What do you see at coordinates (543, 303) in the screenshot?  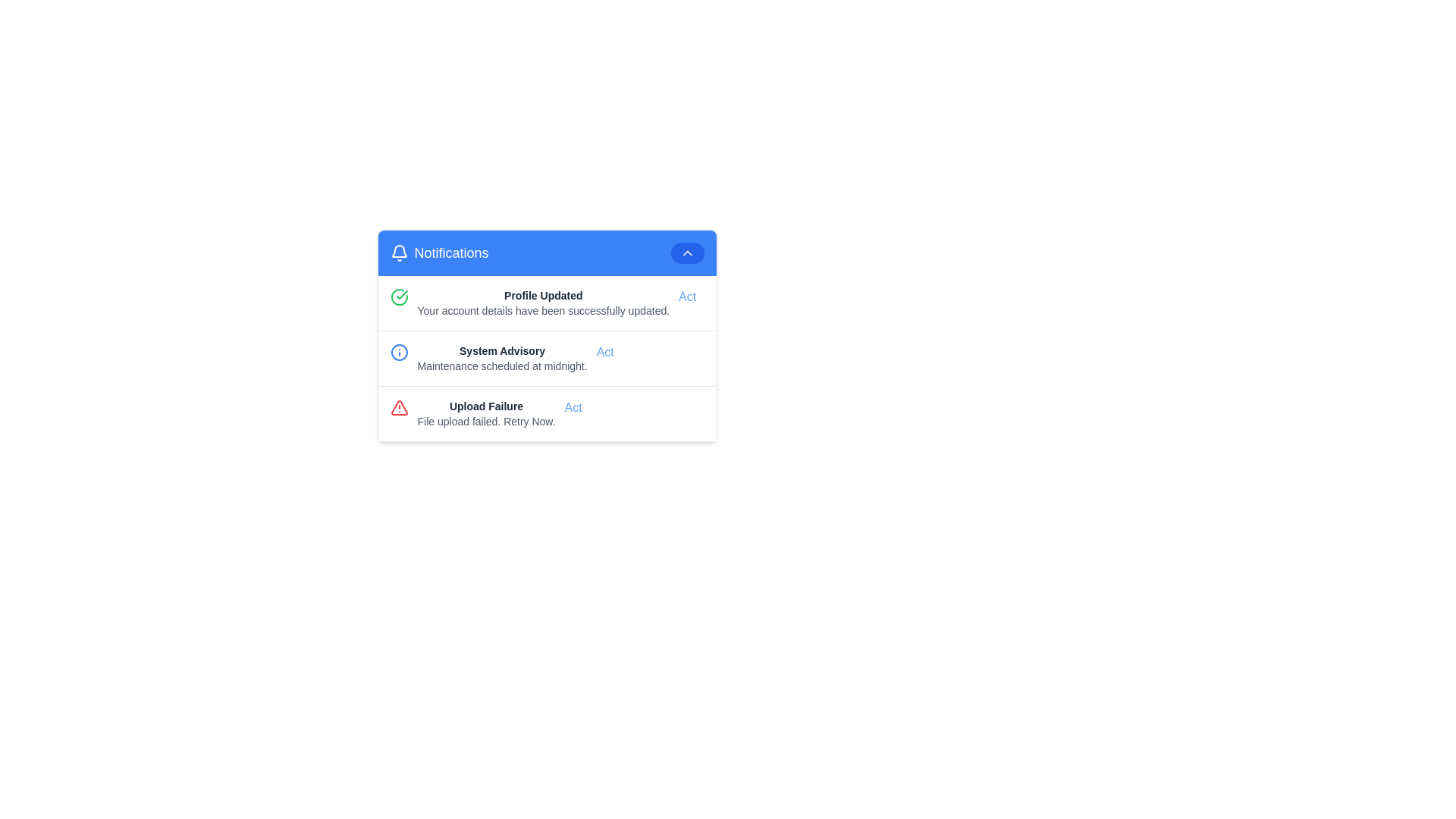 I see `the static text element displaying 'Profile Updated' and 'Your account details have been successfully updated.' positioned in the first notification entry` at bounding box center [543, 303].